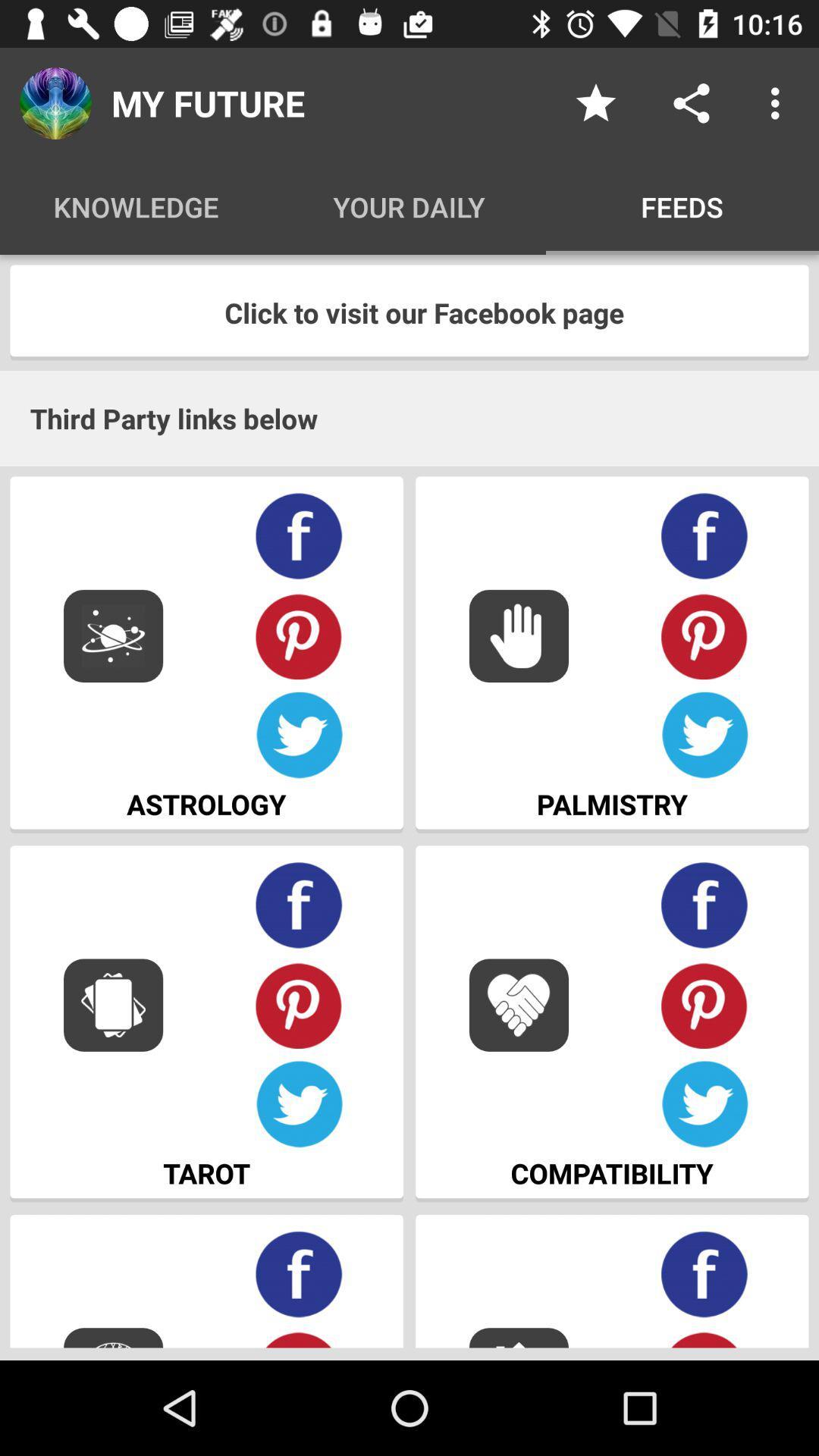 This screenshot has width=819, height=1456. What do you see at coordinates (704, 736) in the screenshot?
I see `share to twitter` at bounding box center [704, 736].